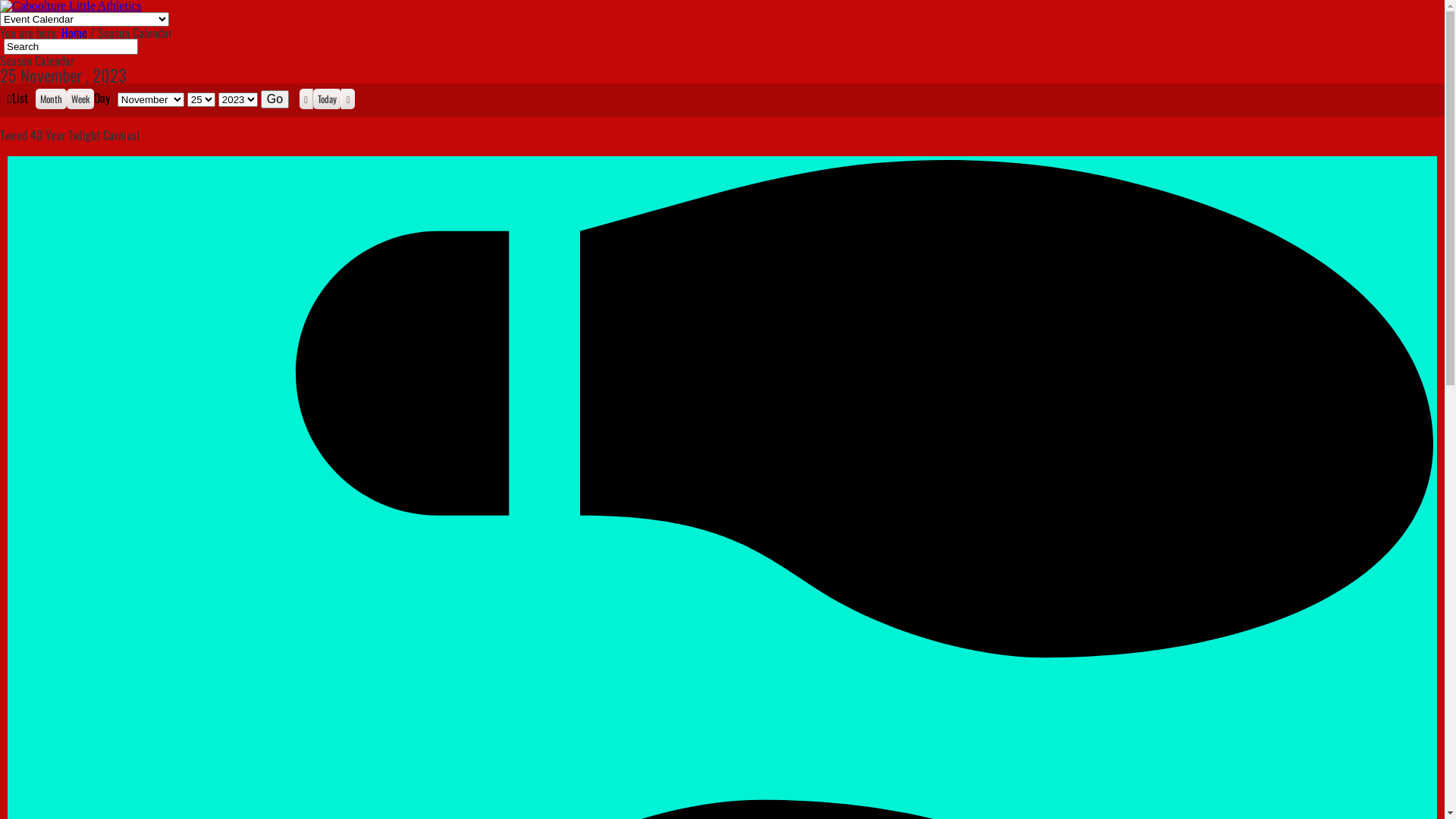 The image size is (1456, 819). I want to click on 'Today', so click(312, 99).